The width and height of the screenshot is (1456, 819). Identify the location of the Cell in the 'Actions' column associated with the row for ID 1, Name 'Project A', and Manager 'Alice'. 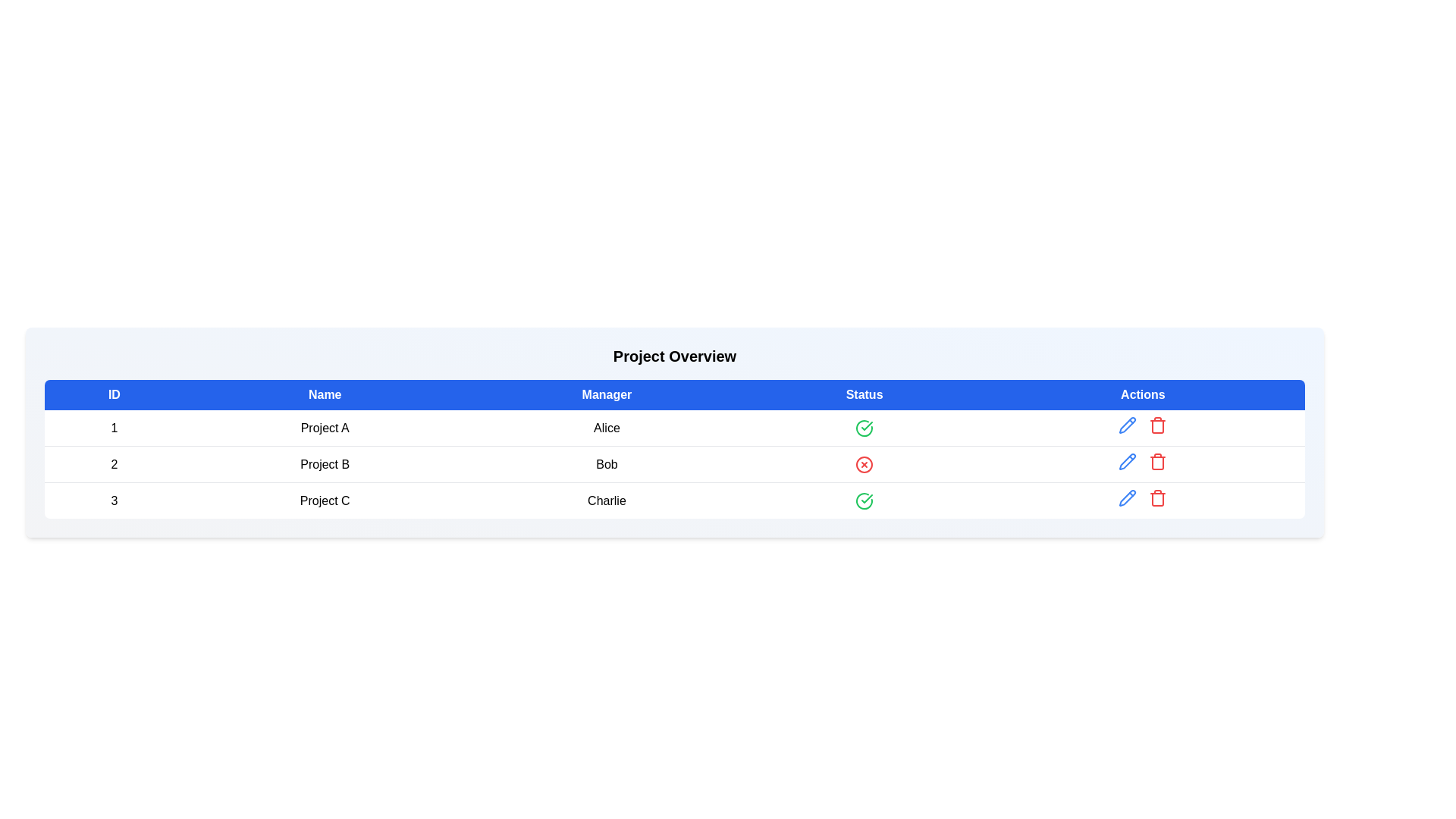
(1143, 428).